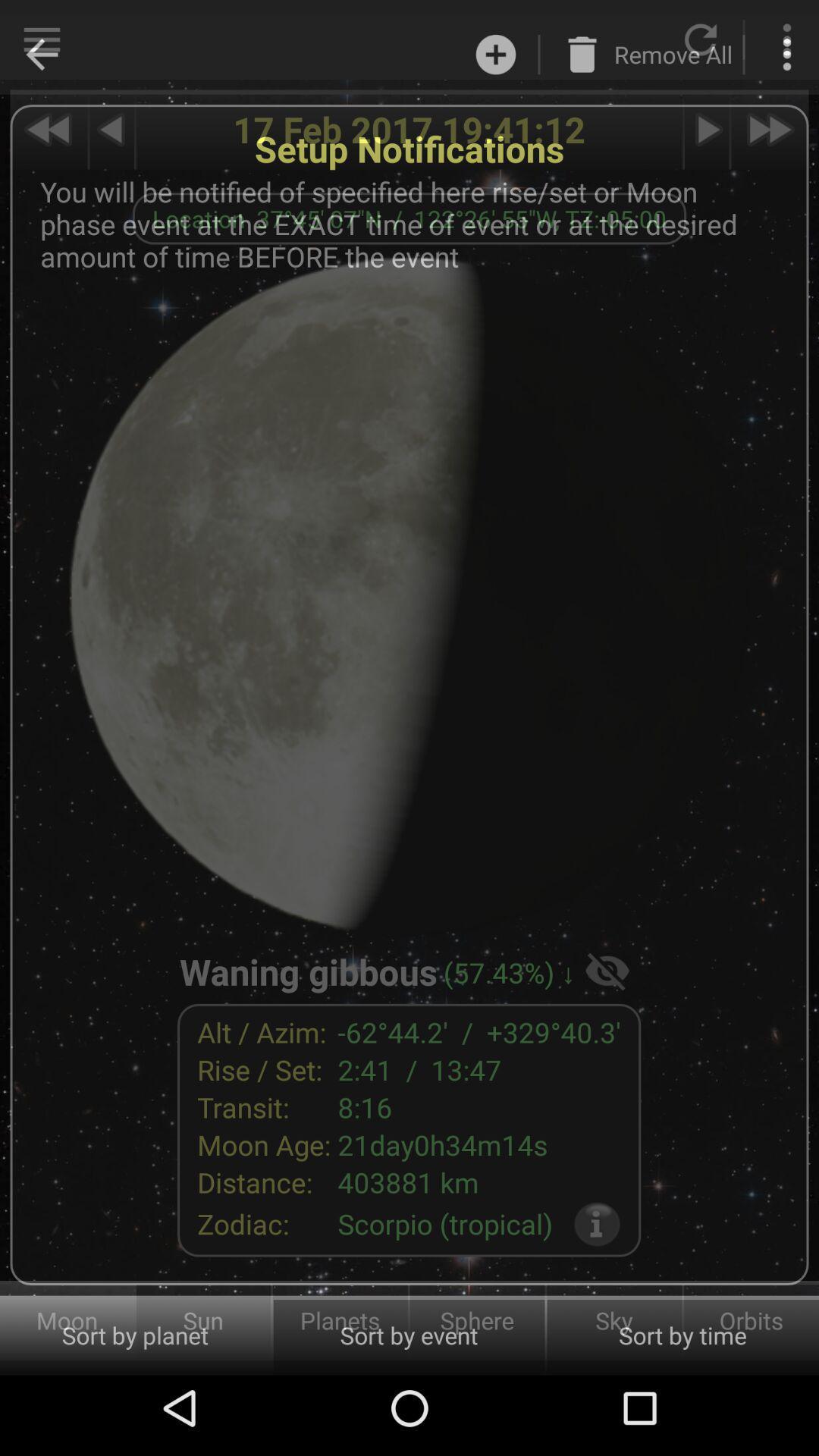  I want to click on the av_forward icon, so click(770, 130).